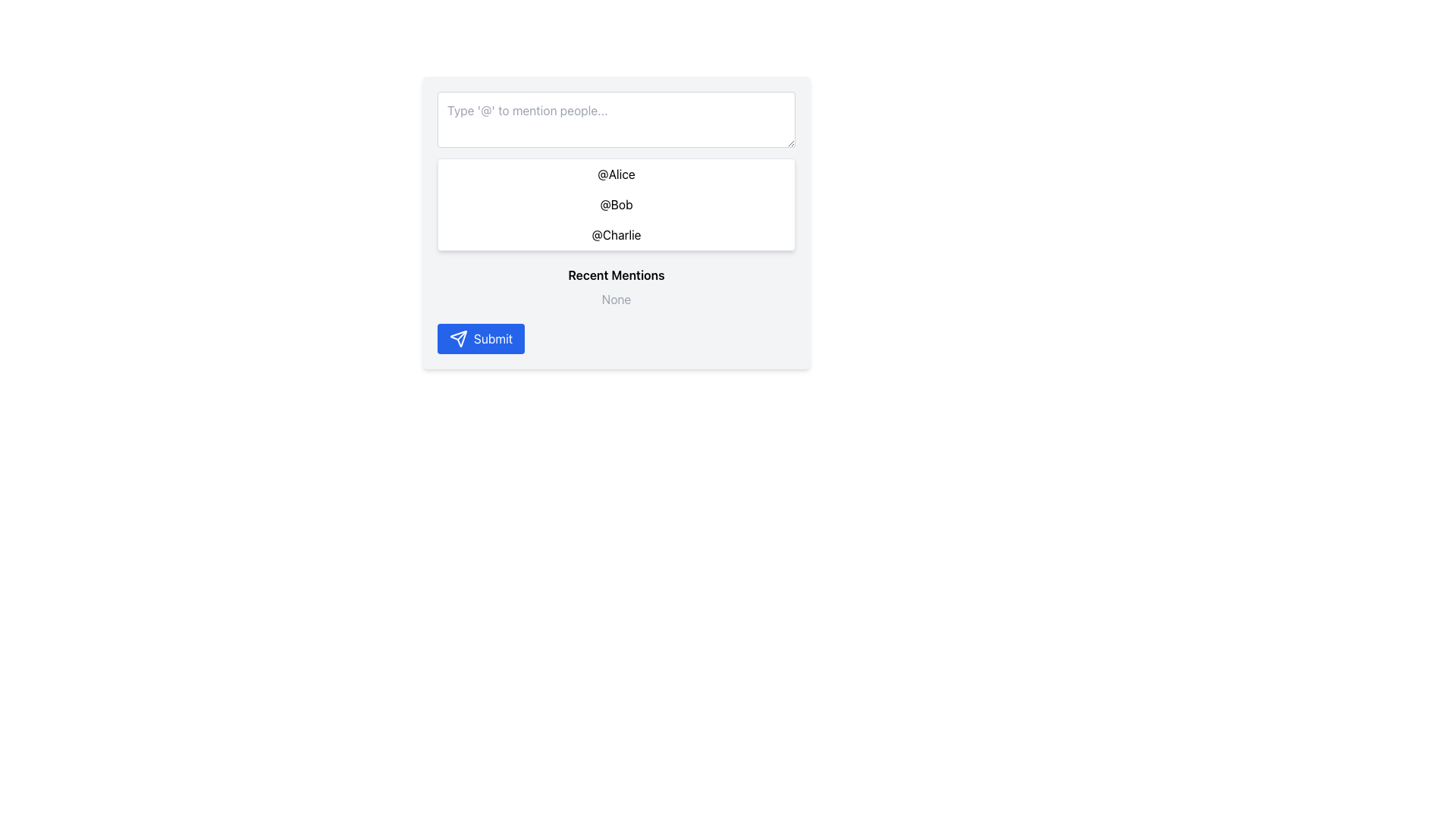  Describe the element at coordinates (616, 234) in the screenshot. I see `the Dropdown List Item for user 'Charlie' which is the third option in a vertically arranged list within the dropdown menu` at that location.